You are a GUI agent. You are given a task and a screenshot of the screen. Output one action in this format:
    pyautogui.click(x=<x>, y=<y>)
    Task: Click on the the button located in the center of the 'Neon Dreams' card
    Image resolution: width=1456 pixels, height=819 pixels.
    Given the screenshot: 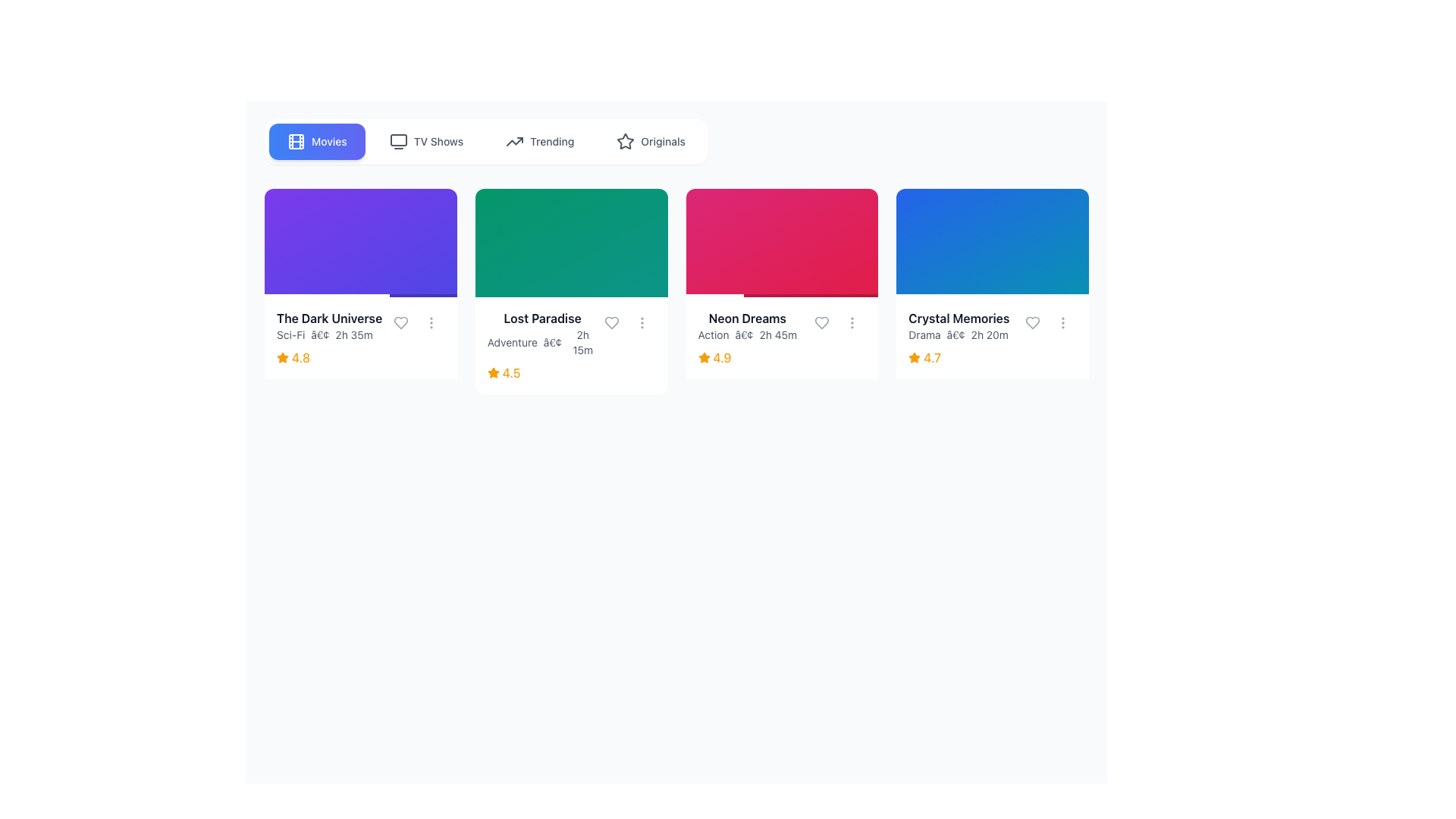 What is the action you would take?
    pyautogui.click(x=782, y=242)
    